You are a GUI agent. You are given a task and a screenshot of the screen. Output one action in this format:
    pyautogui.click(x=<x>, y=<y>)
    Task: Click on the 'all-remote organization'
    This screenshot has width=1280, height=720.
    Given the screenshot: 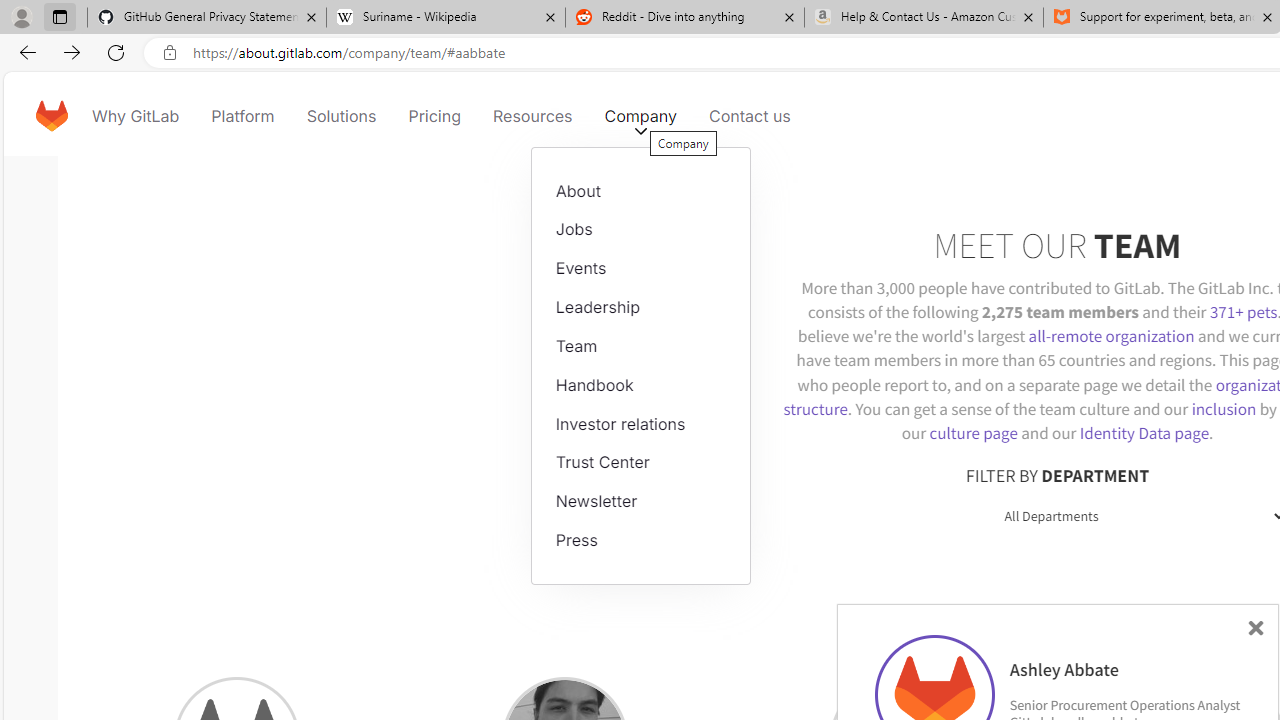 What is the action you would take?
    pyautogui.click(x=1110, y=335)
    